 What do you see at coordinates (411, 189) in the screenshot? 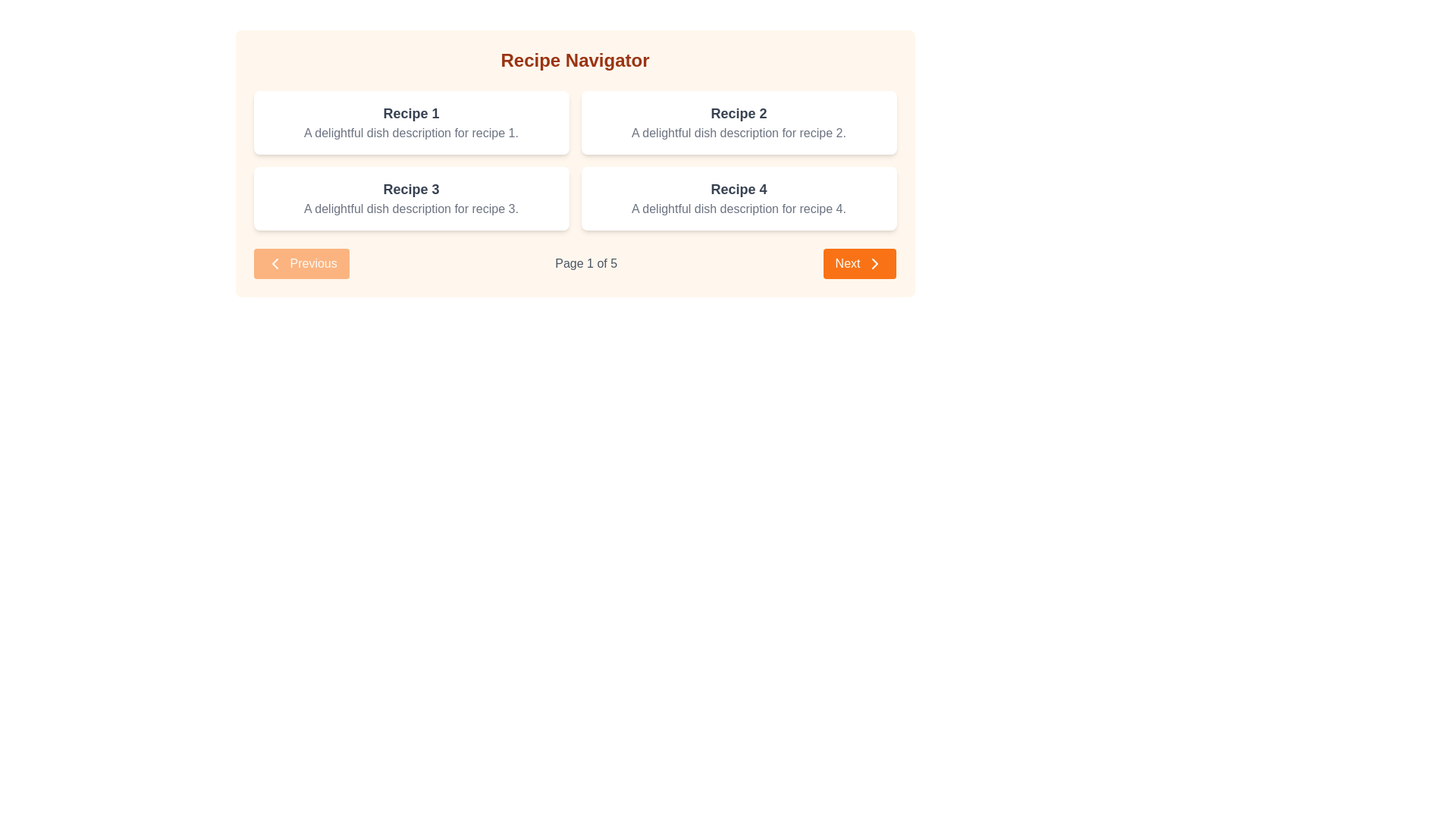
I see `the title text label of the recipe card located in the bottom-left area of the grid of recipe cards` at bounding box center [411, 189].